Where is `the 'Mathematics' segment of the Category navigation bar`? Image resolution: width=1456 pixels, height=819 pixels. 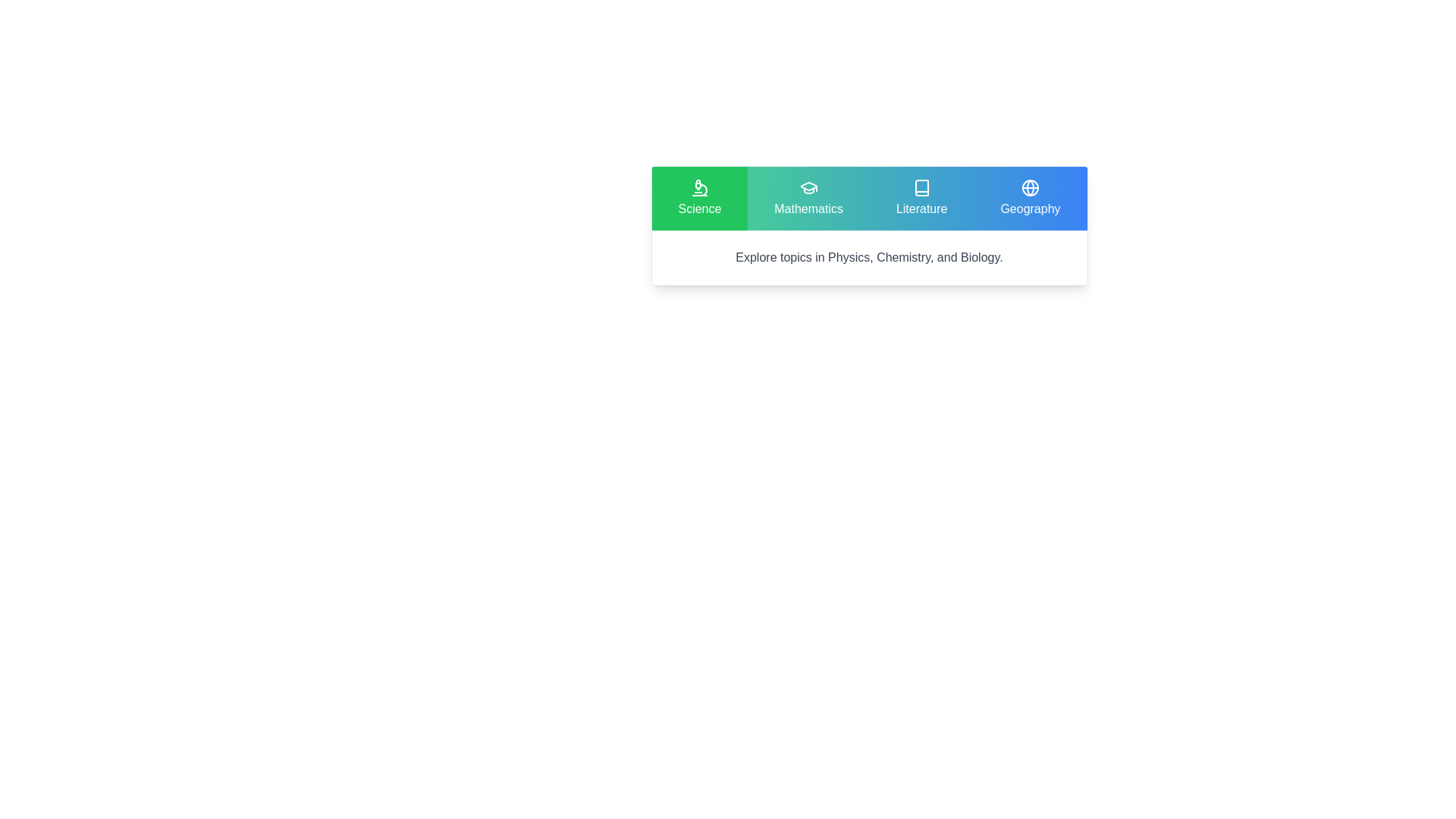 the 'Mathematics' segment of the Category navigation bar is located at coordinates (869, 198).